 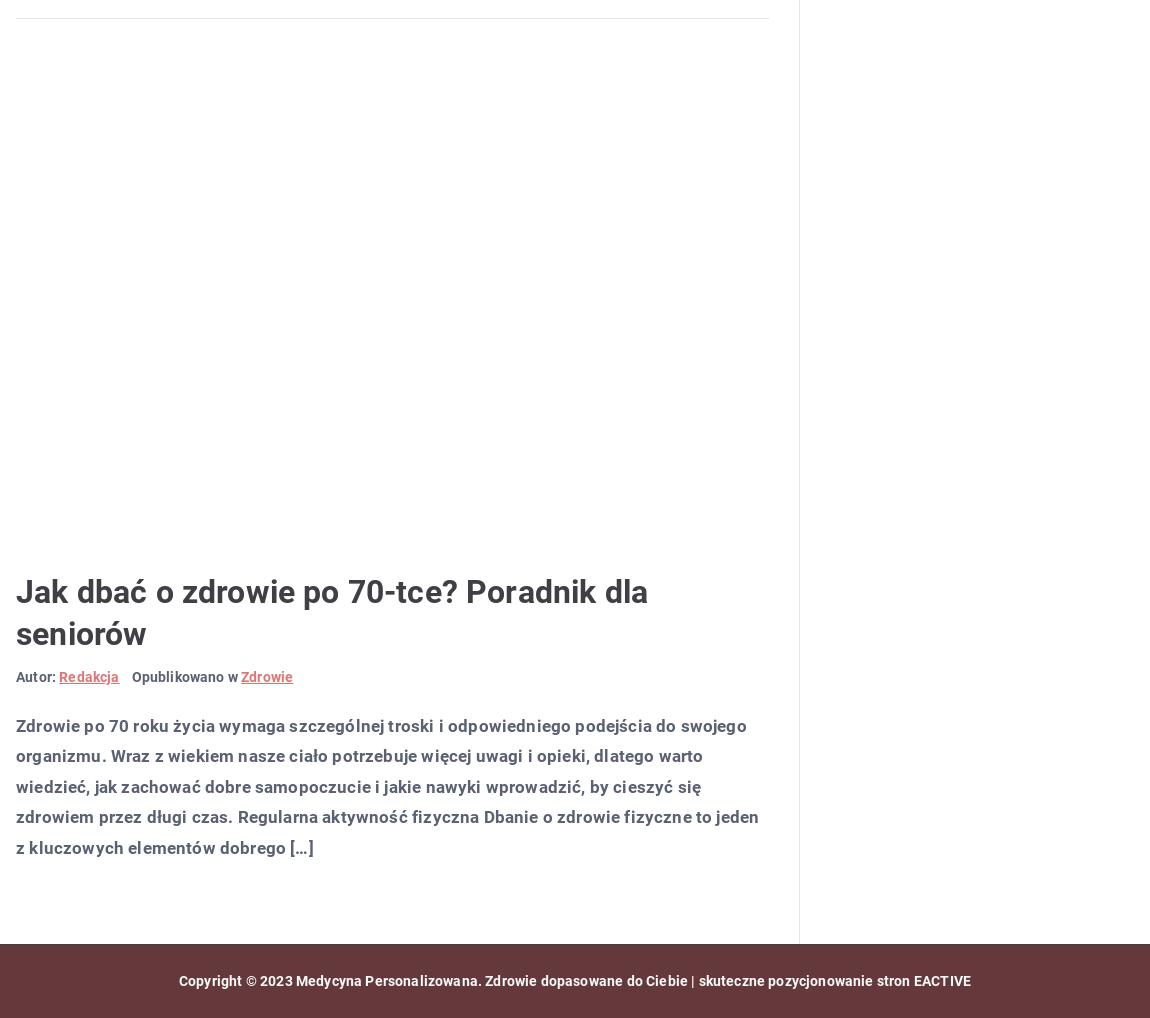 What do you see at coordinates (802, 980) in the screenshot?
I see `'skuteczne pozycjonowanie stron'` at bounding box center [802, 980].